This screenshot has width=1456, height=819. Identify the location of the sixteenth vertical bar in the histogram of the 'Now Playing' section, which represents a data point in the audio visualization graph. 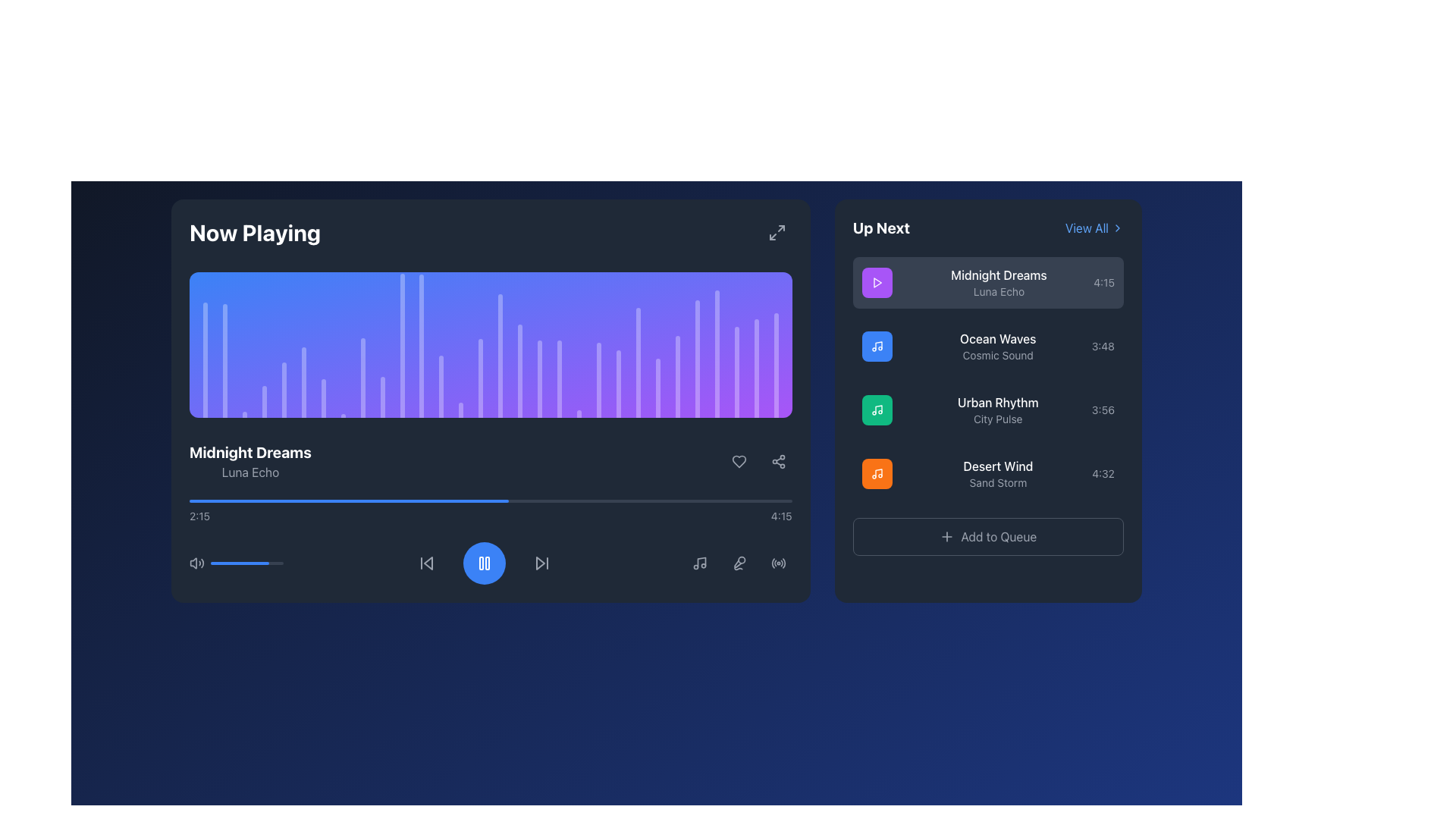
(480, 377).